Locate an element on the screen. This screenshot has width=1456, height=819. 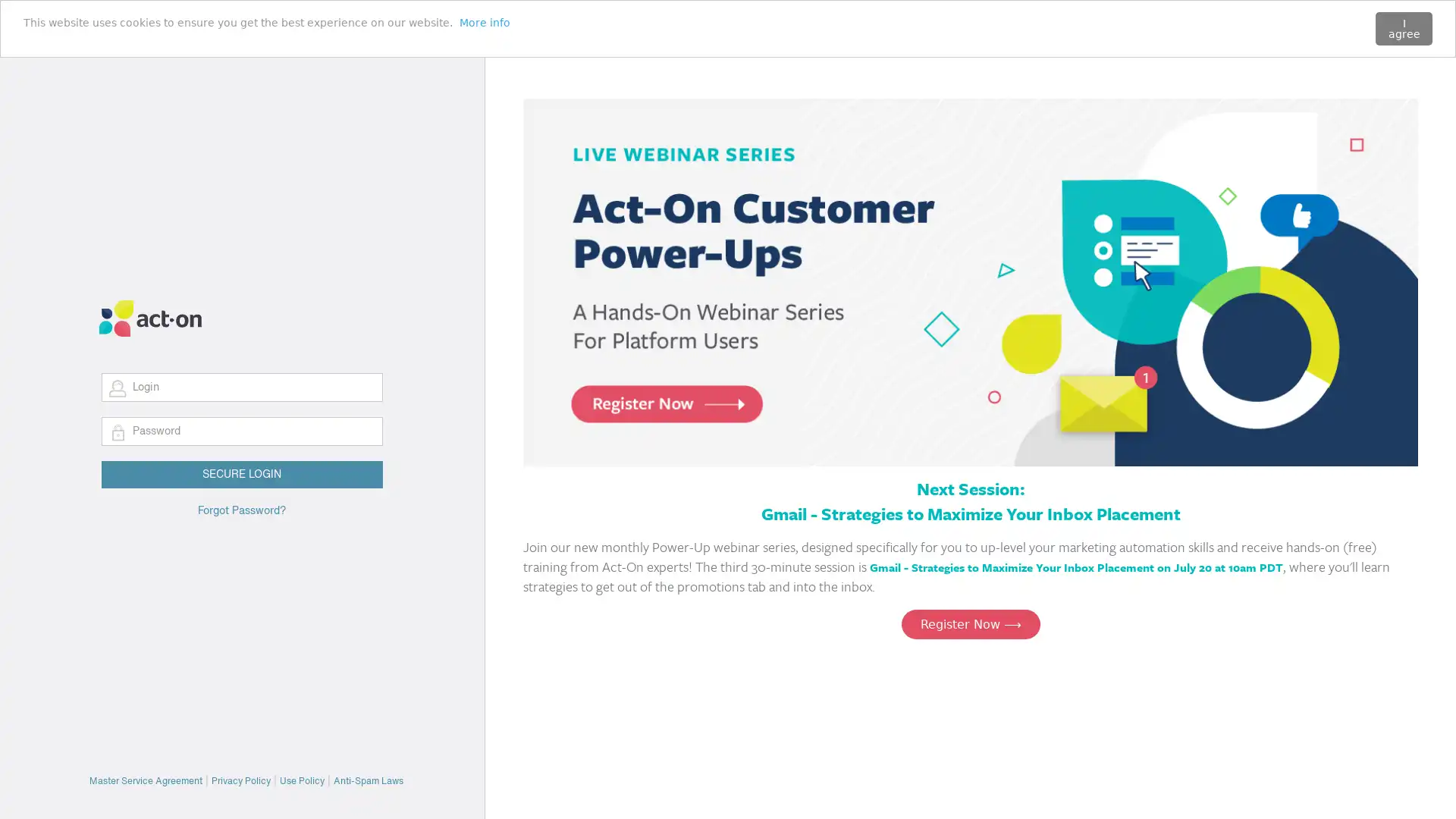
SECURE LOGIN is located at coordinates (240, 473).